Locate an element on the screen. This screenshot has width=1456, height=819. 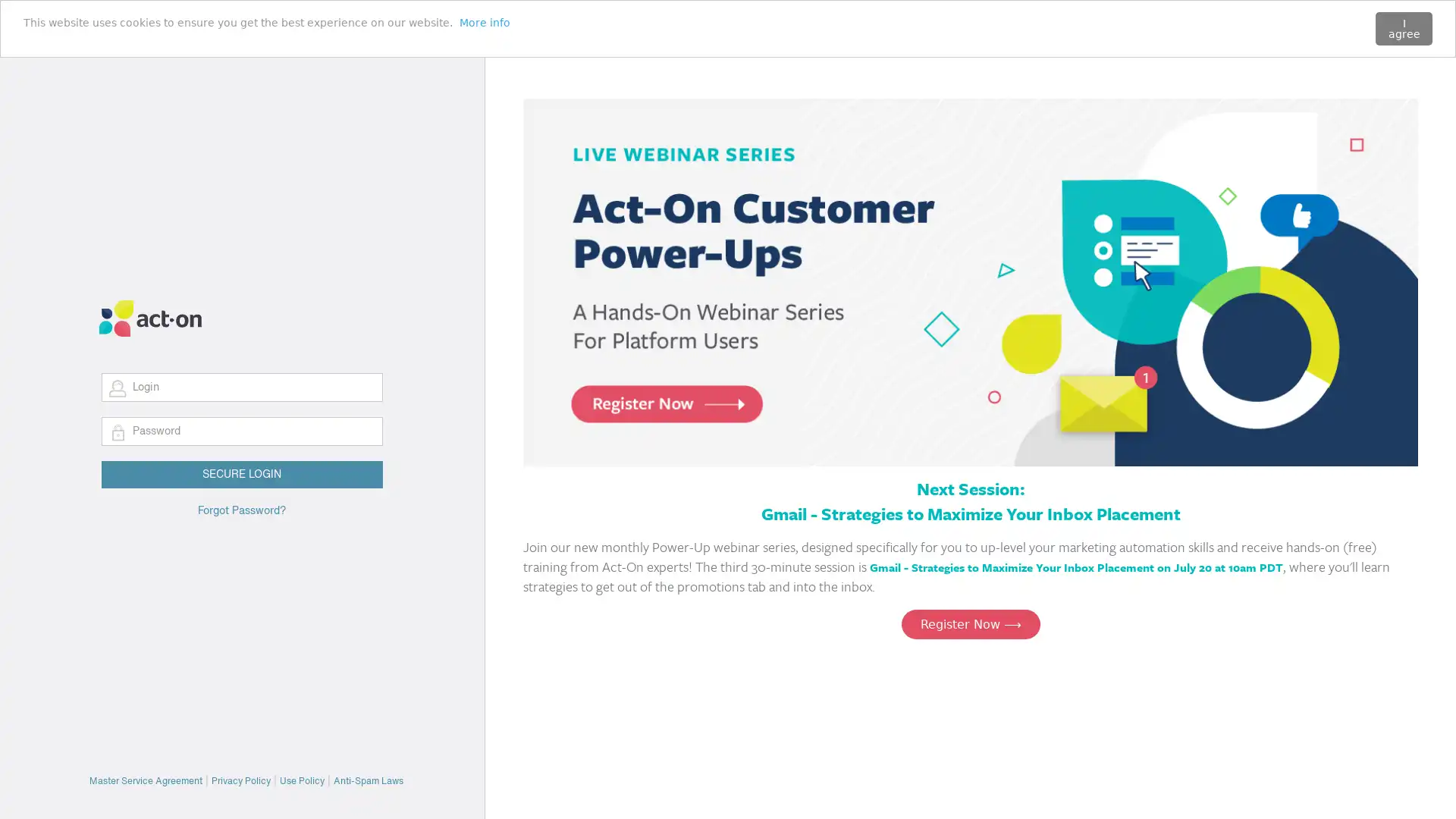
SECURE LOGIN is located at coordinates (240, 473).